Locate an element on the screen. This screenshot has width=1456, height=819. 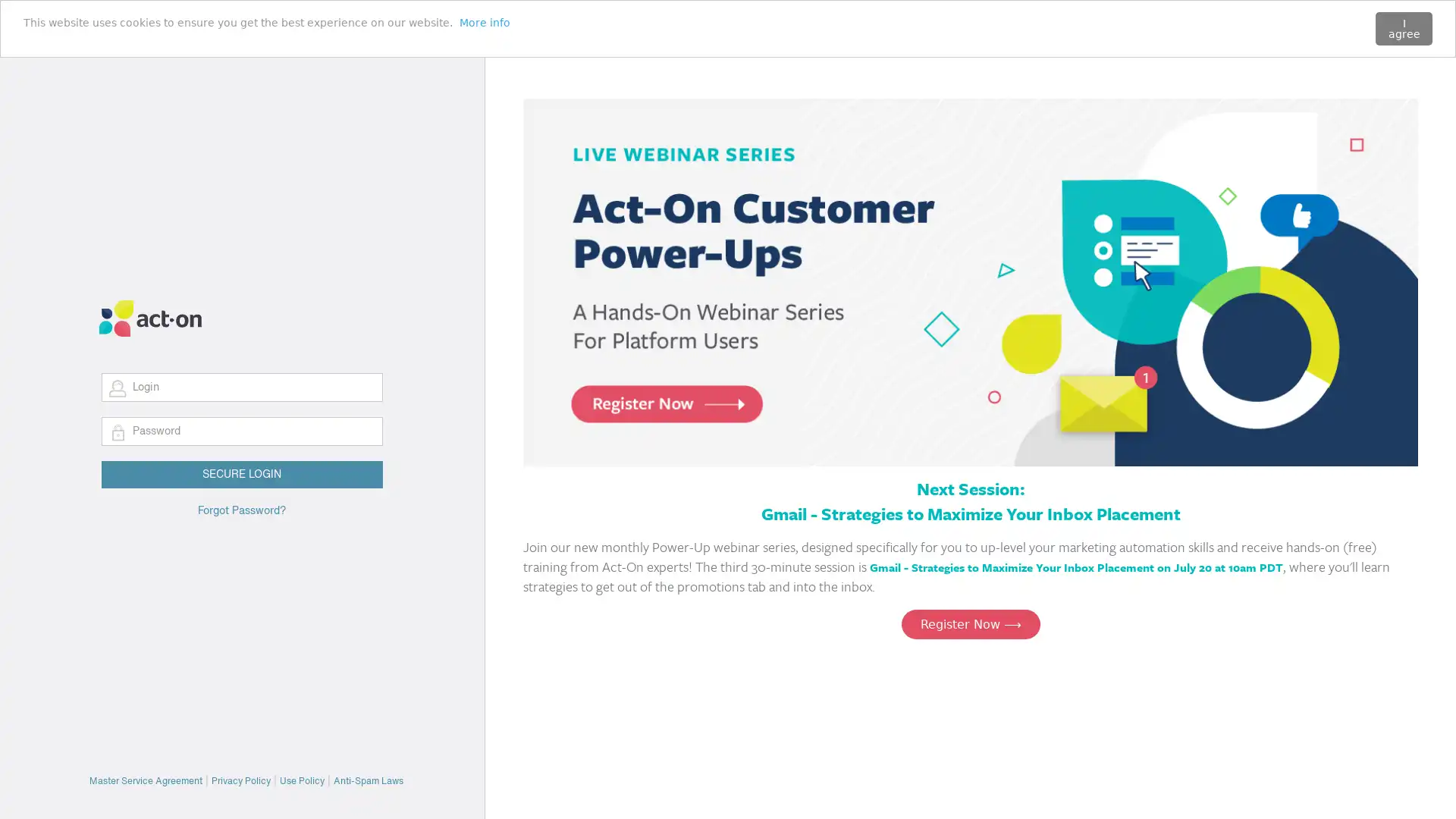
SECURE LOGIN is located at coordinates (240, 473).